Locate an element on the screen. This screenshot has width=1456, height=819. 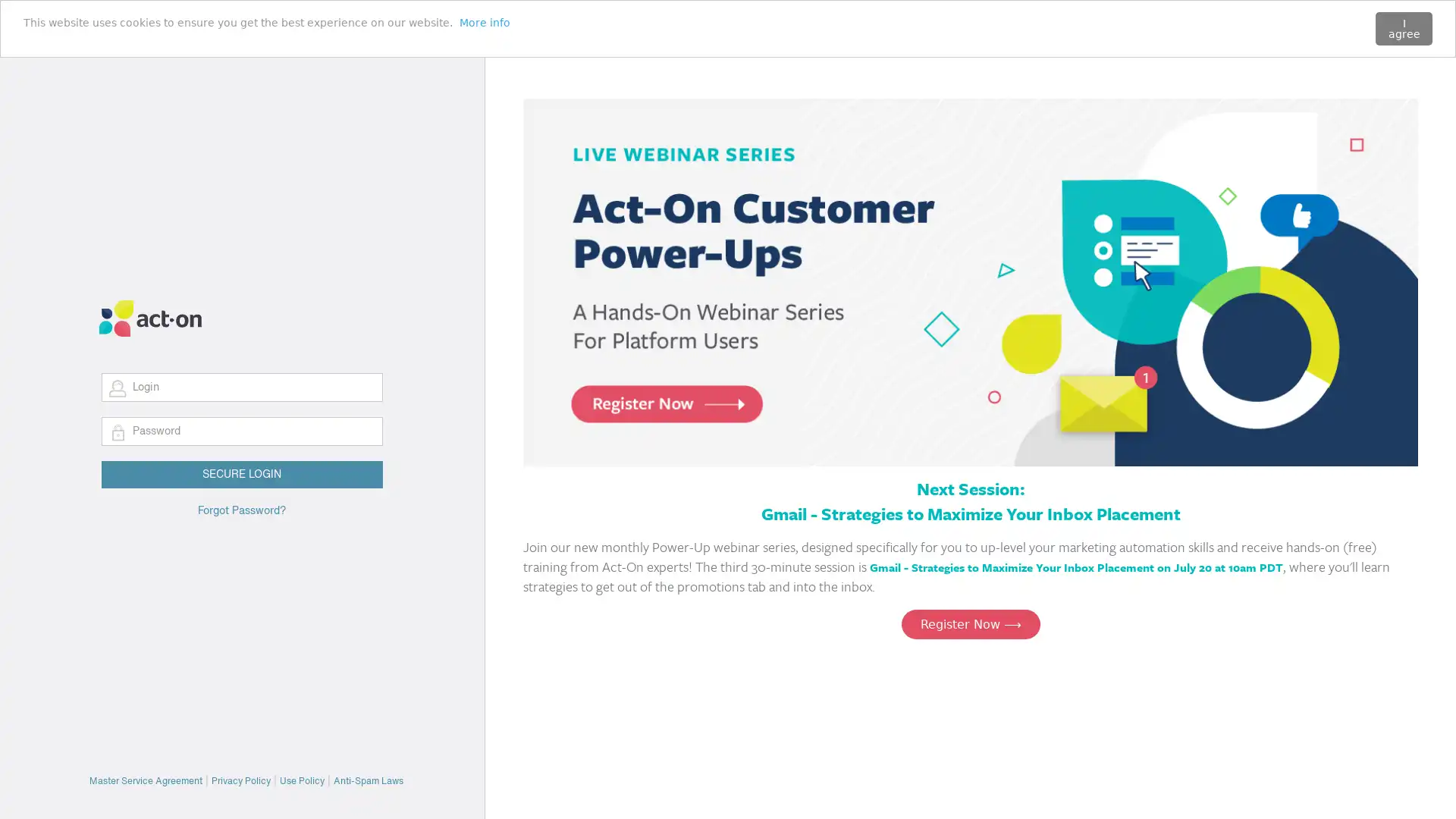
SECURE LOGIN is located at coordinates (240, 473).